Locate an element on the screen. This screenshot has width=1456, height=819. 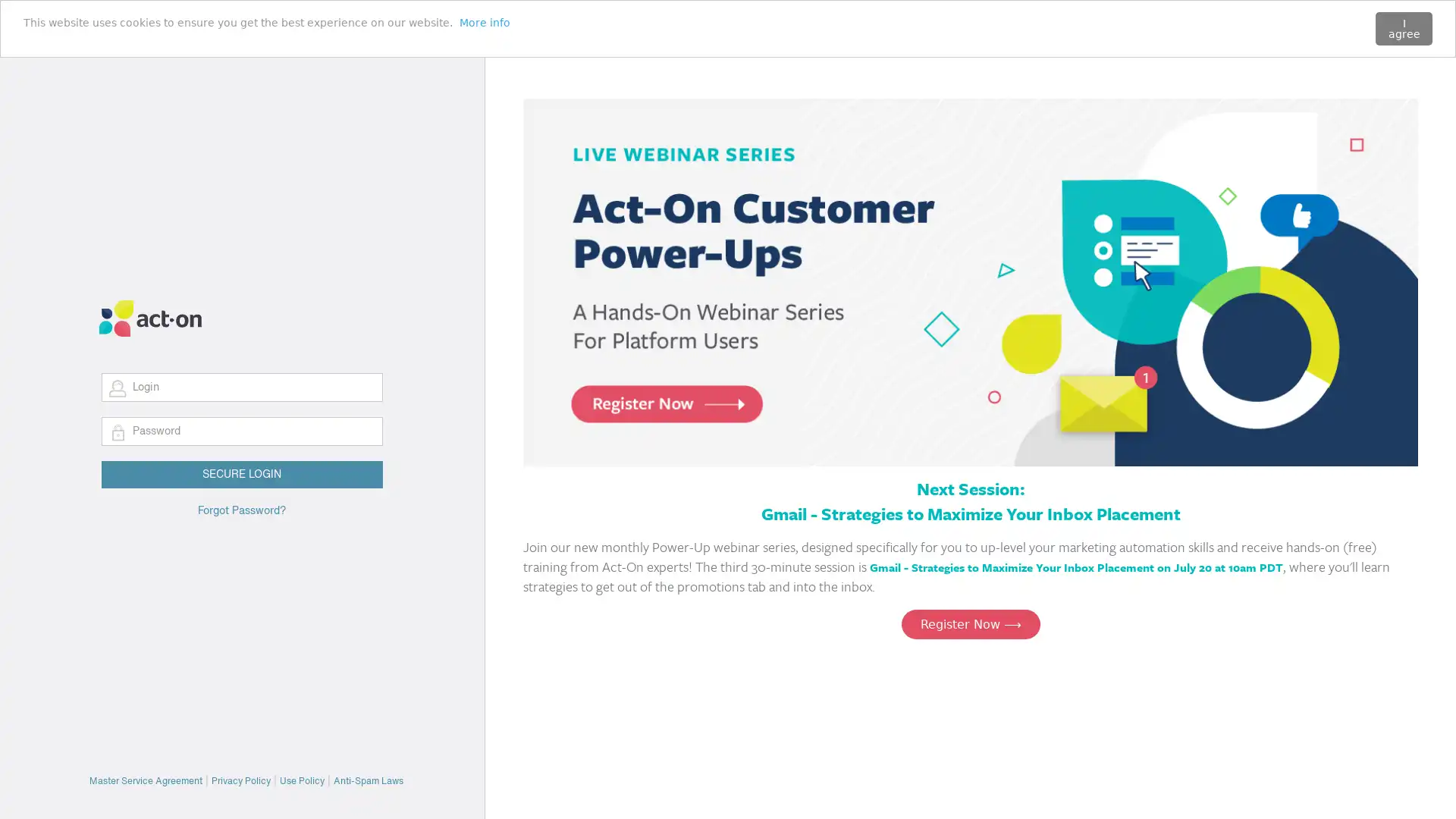
SECURE LOGIN is located at coordinates (240, 473).